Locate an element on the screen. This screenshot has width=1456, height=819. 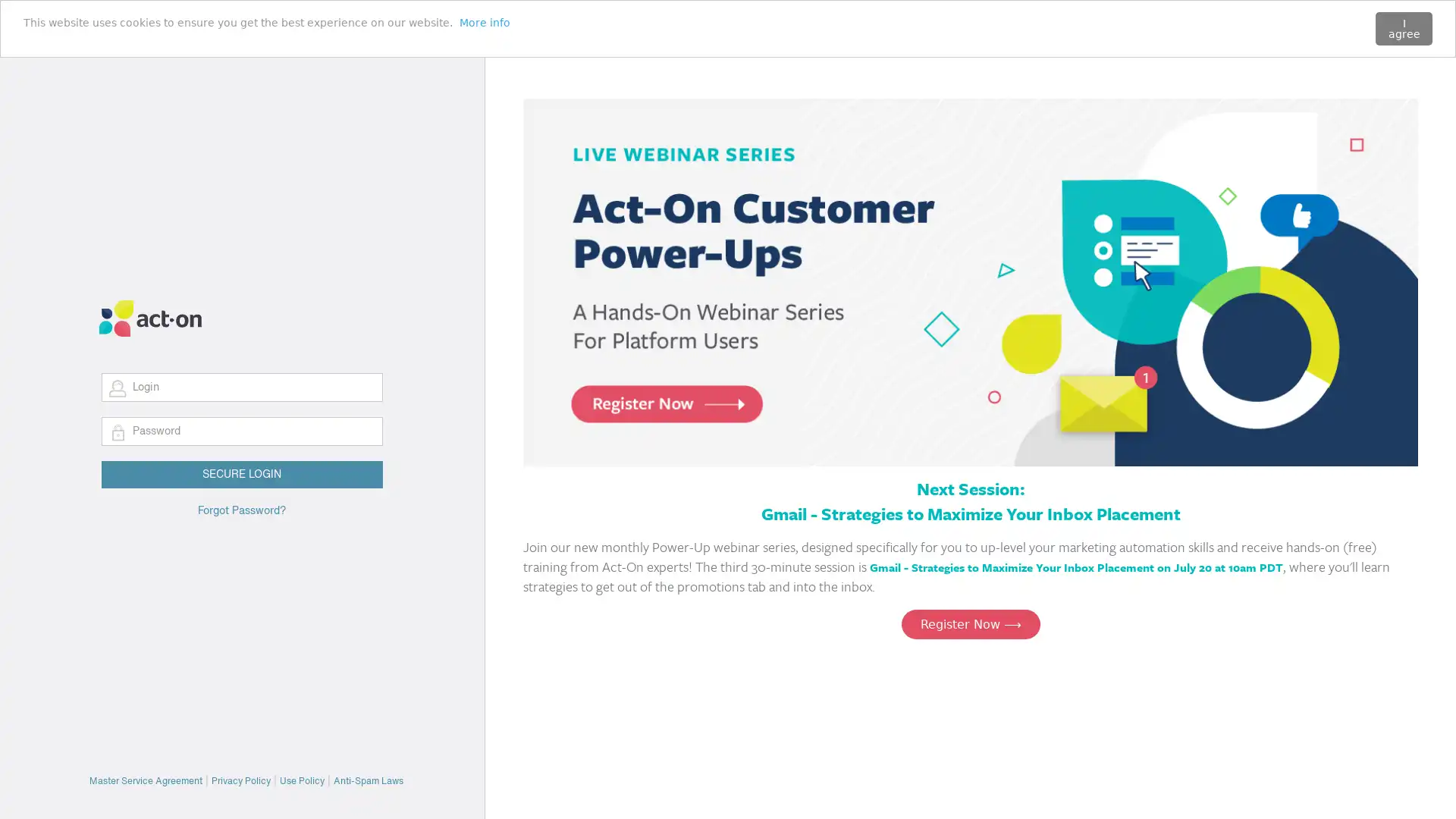
SECURE LOGIN is located at coordinates (240, 473).